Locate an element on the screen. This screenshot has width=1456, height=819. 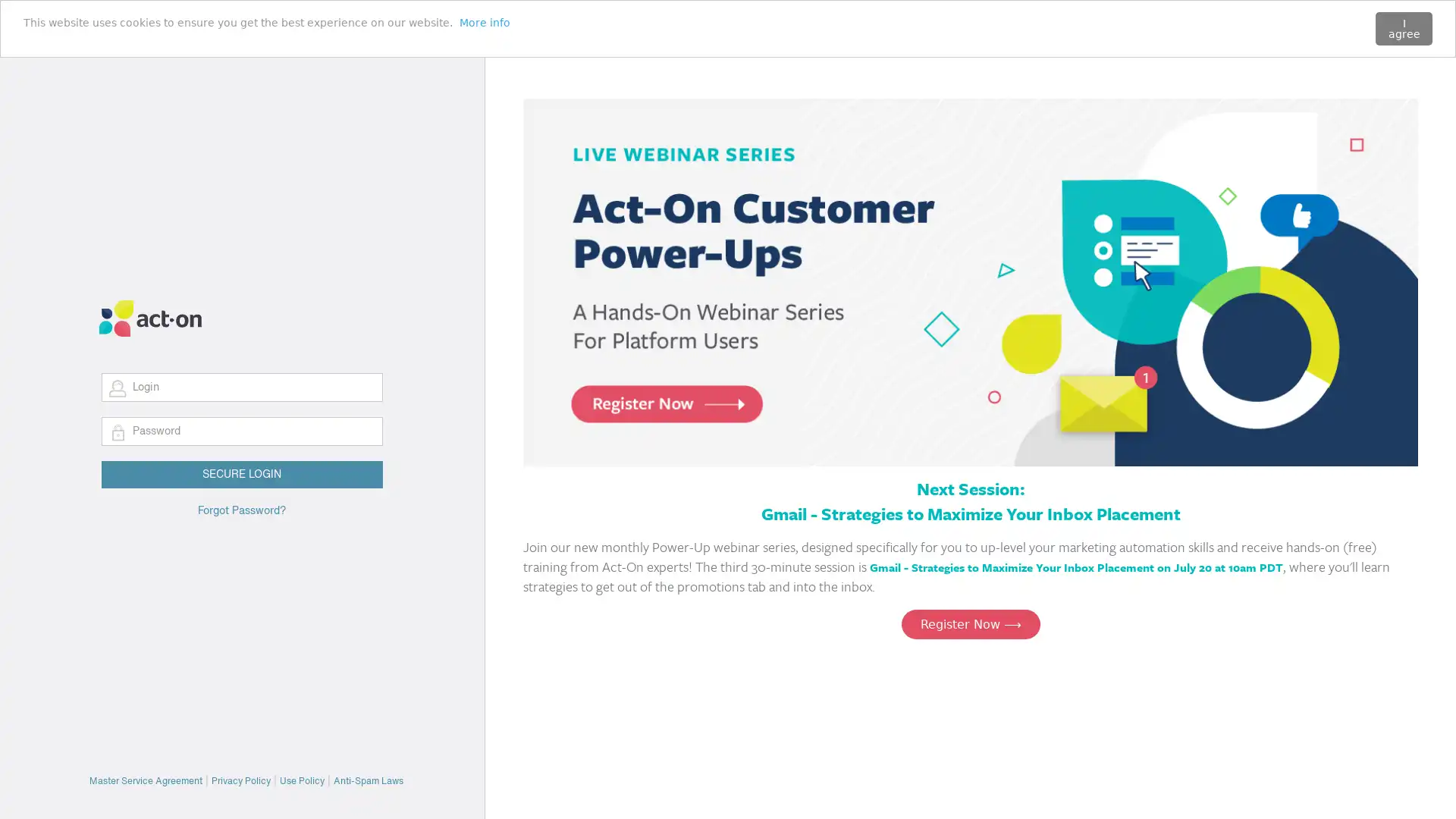
SECURE LOGIN is located at coordinates (240, 473).